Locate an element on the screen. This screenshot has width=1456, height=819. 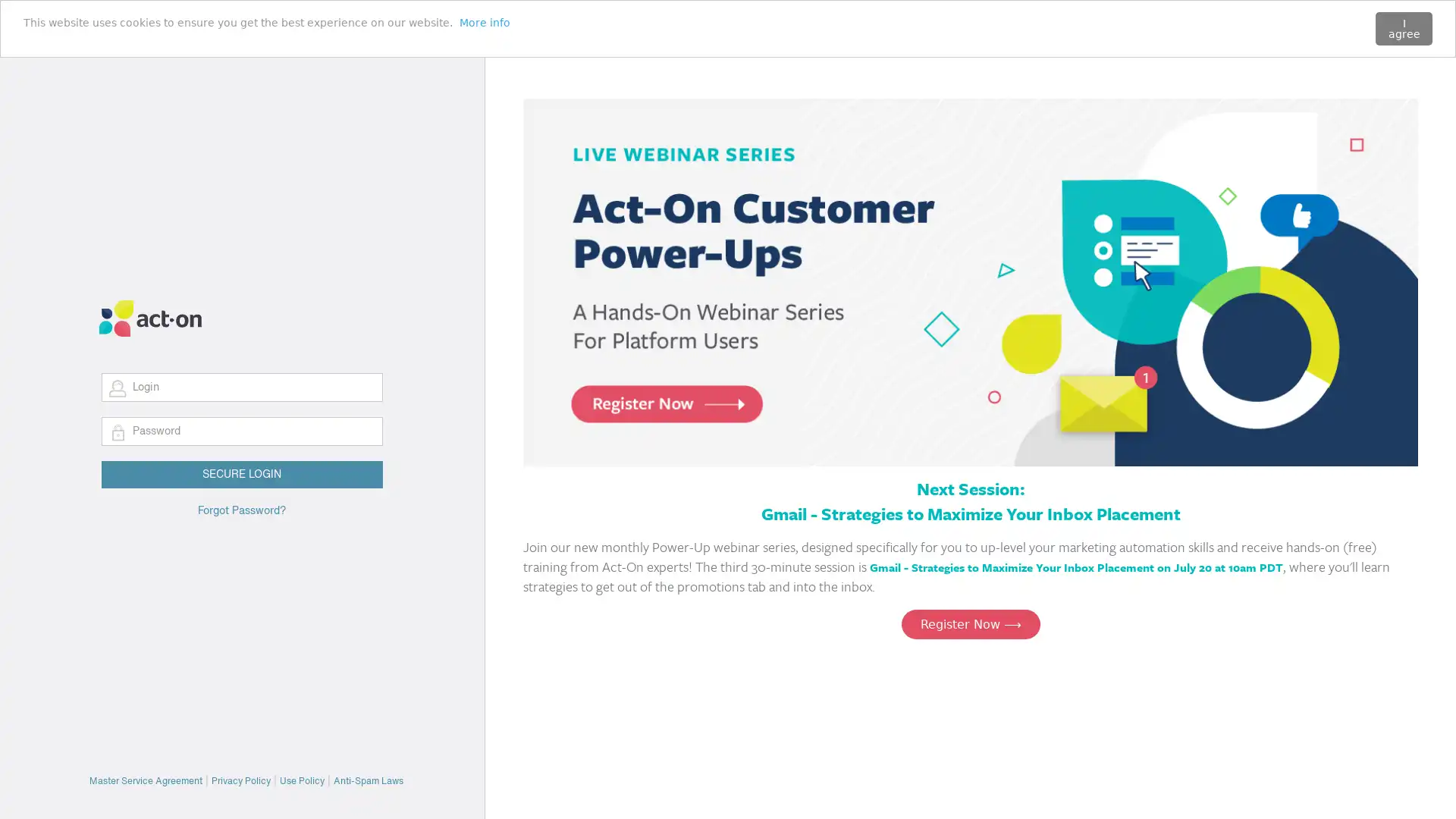
SECURE LOGIN is located at coordinates (240, 473).